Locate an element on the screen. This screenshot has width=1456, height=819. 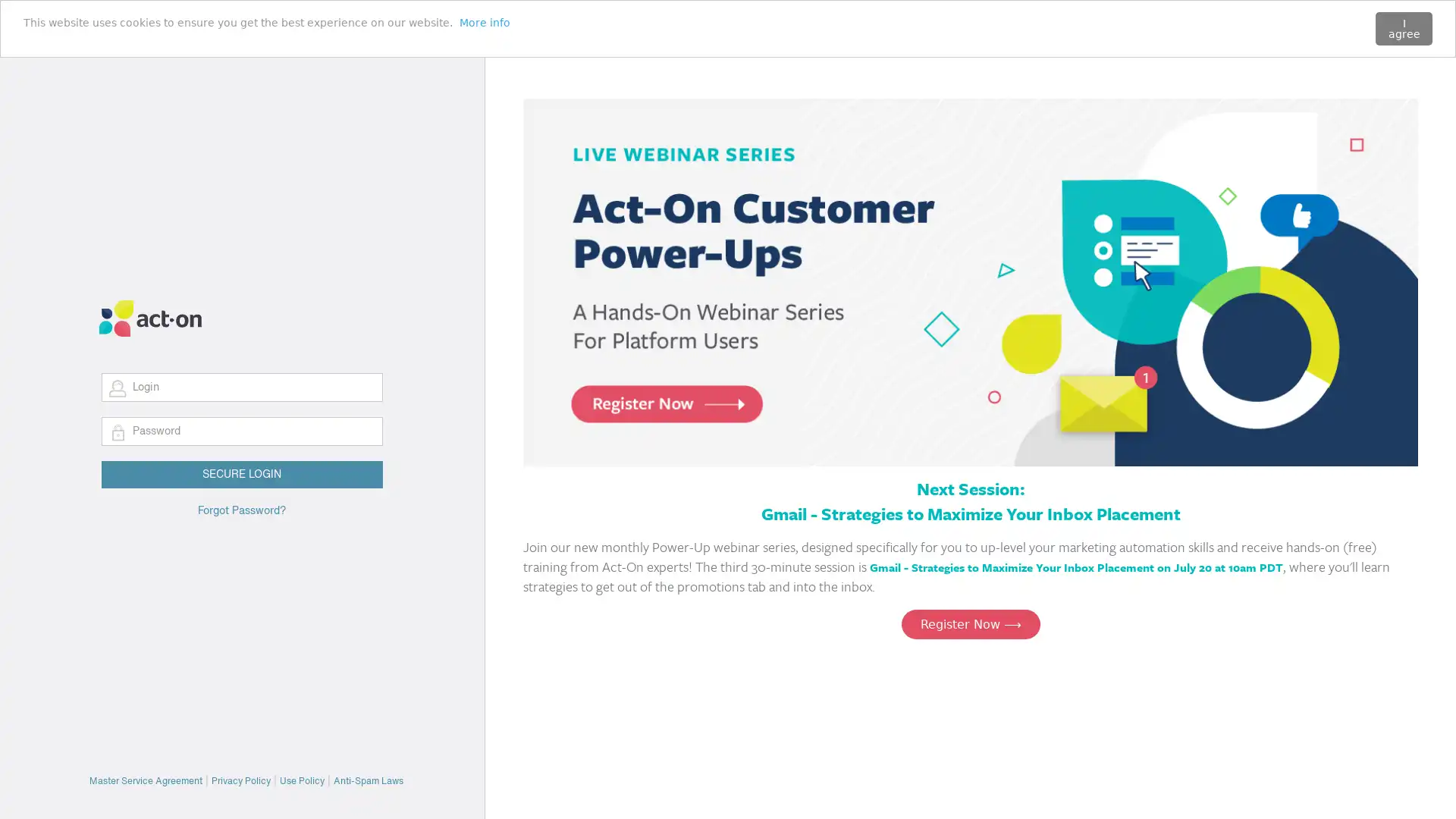
SECURE LOGIN is located at coordinates (240, 473).